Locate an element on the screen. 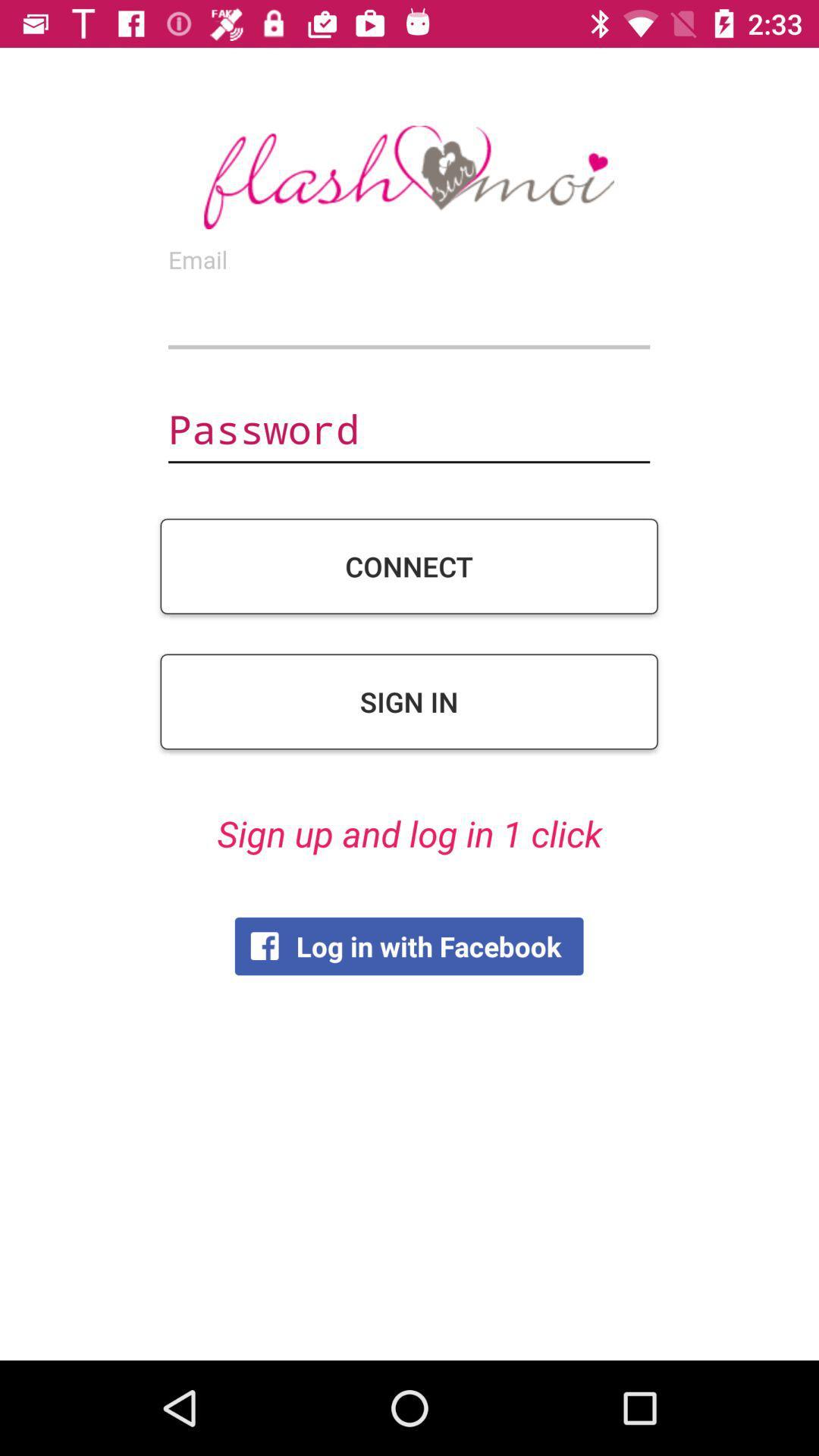 This screenshot has height=1456, width=819. input your password is located at coordinates (408, 431).